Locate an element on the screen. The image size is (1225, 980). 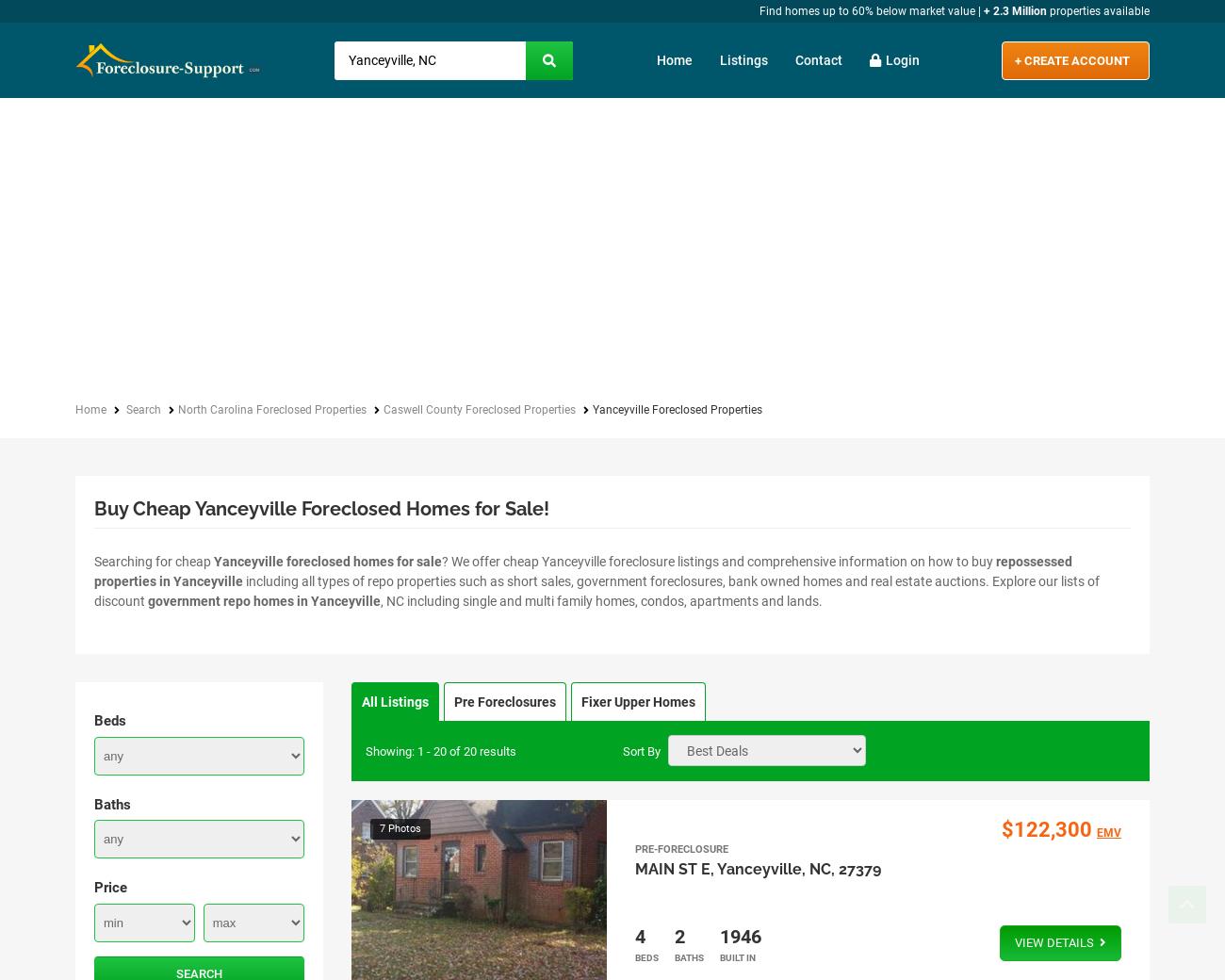
', NC including single and multi family homes, condos, apartments and lands.' is located at coordinates (381, 600).